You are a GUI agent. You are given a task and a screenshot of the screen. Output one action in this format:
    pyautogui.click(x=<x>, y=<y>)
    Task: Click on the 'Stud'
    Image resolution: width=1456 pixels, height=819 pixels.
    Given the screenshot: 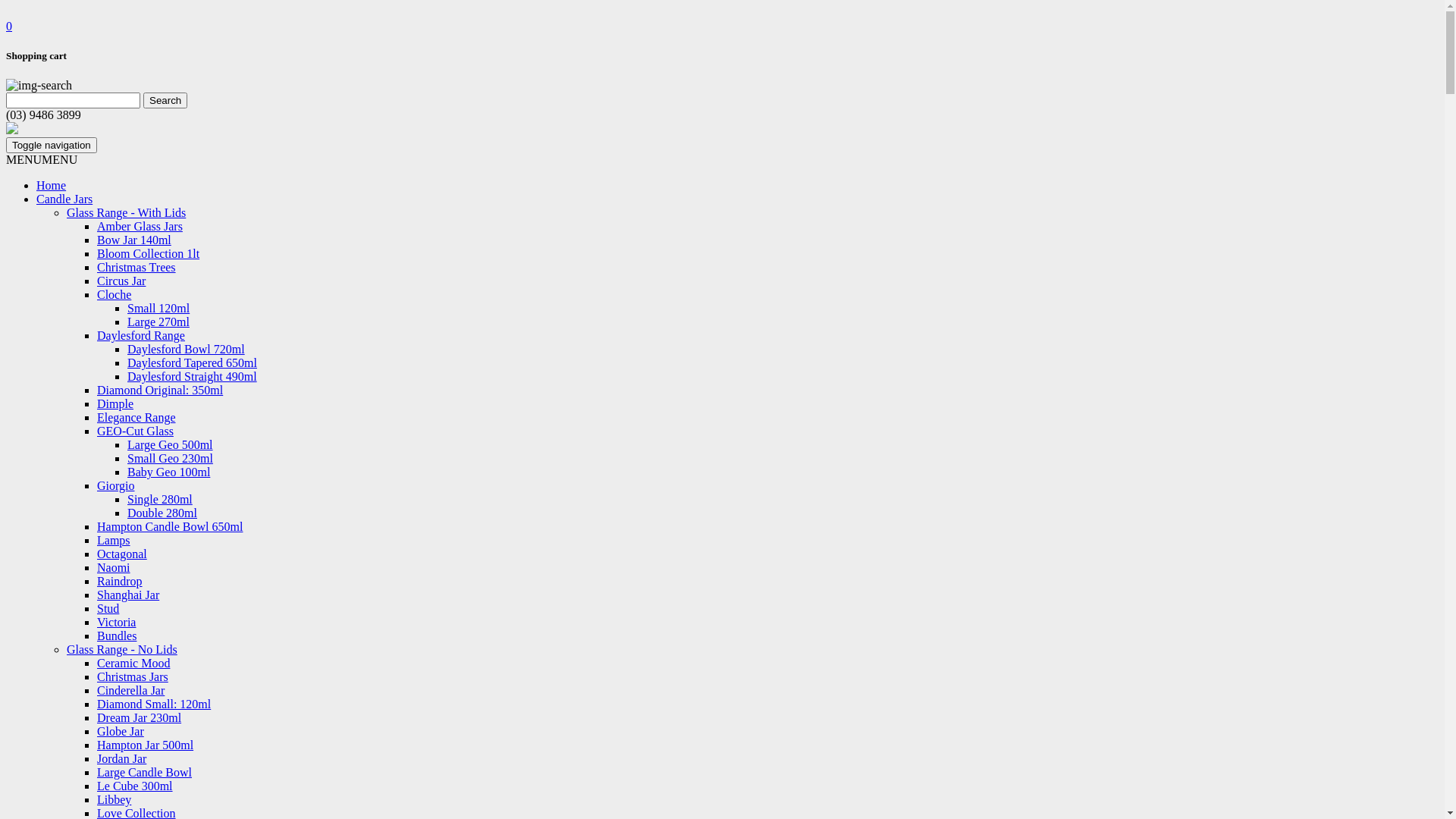 What is the action you would take?
    pyautogui.click(x=107, y=607)
    